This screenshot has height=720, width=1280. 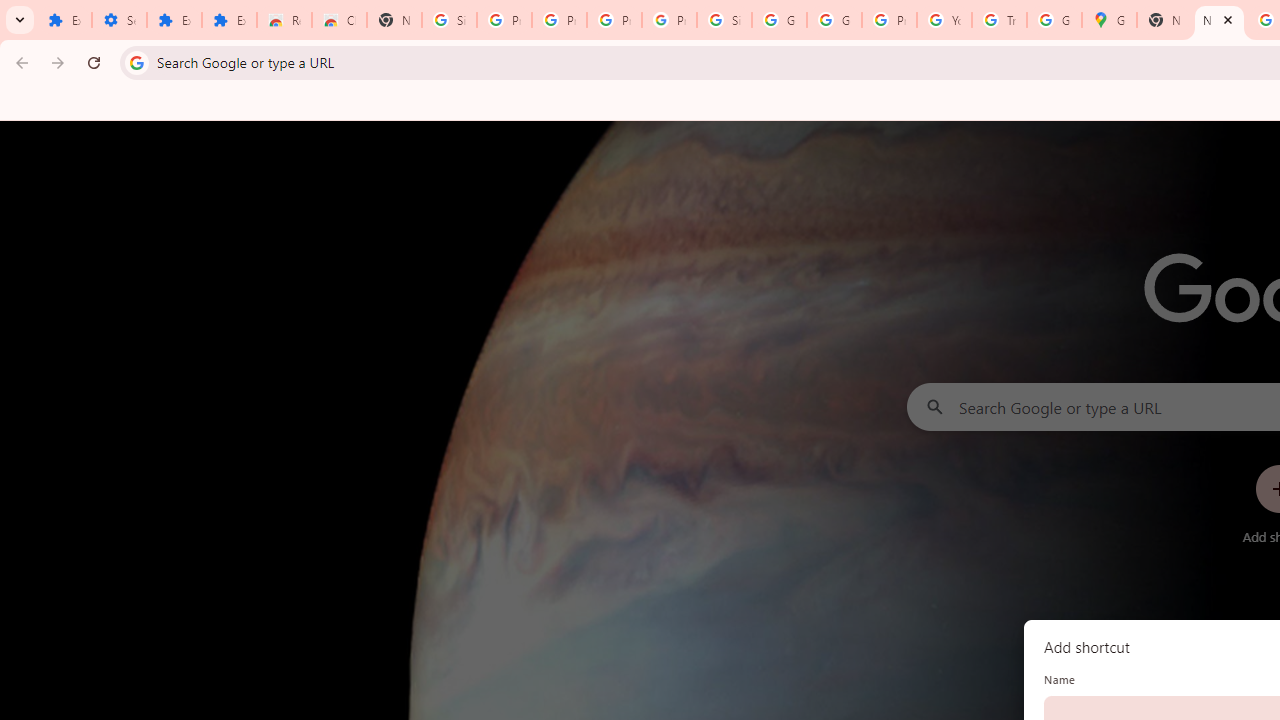 What do you see at coordinates (448, 20) in the screenshot?
I see `'Sign in - Google Accounts'` at bounding box center [448, 20].